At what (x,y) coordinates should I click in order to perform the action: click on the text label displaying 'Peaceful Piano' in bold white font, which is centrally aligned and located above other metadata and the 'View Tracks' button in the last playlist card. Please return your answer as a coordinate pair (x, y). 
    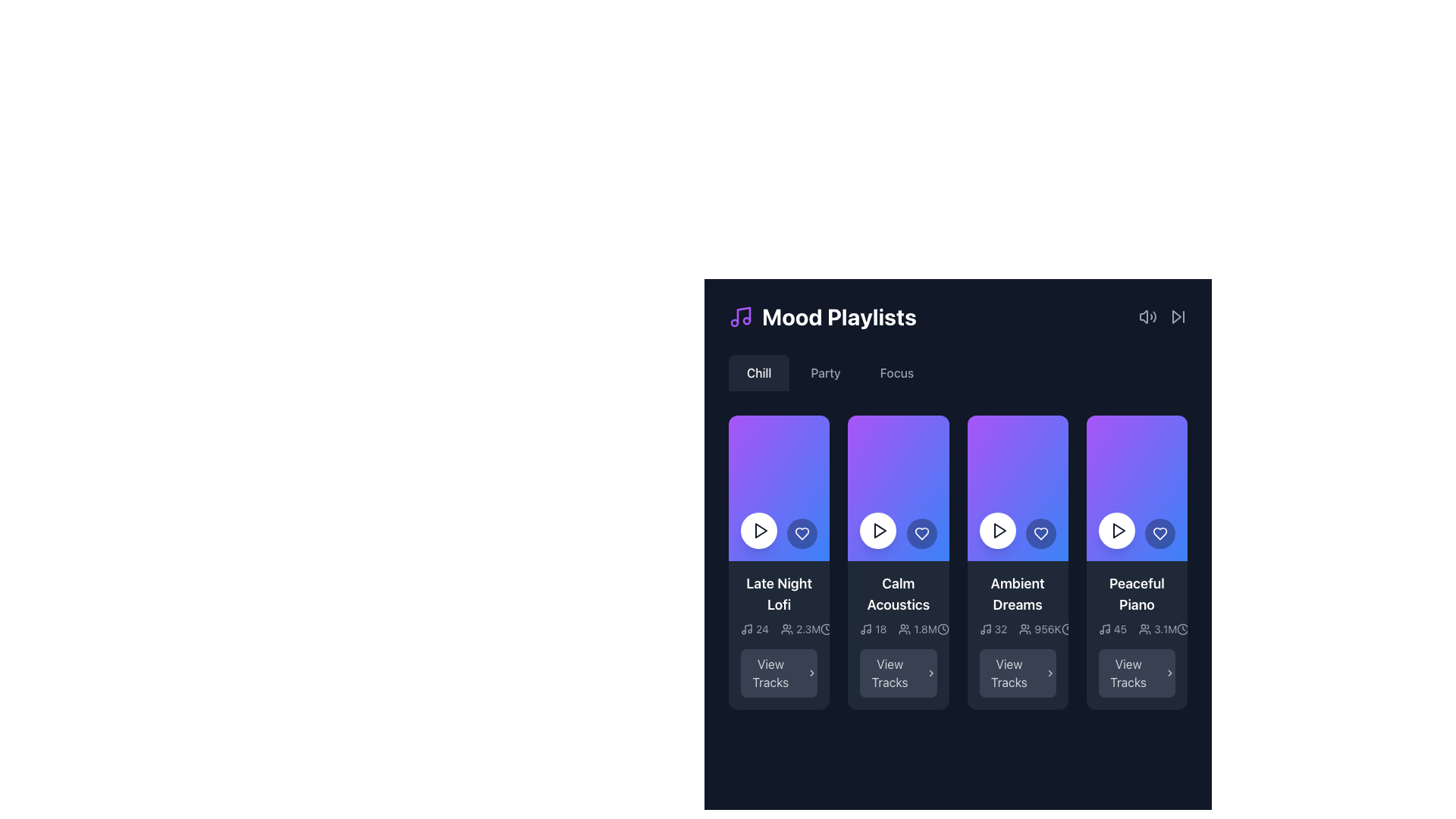
    Looking at the image, I should click on (1137, 593).